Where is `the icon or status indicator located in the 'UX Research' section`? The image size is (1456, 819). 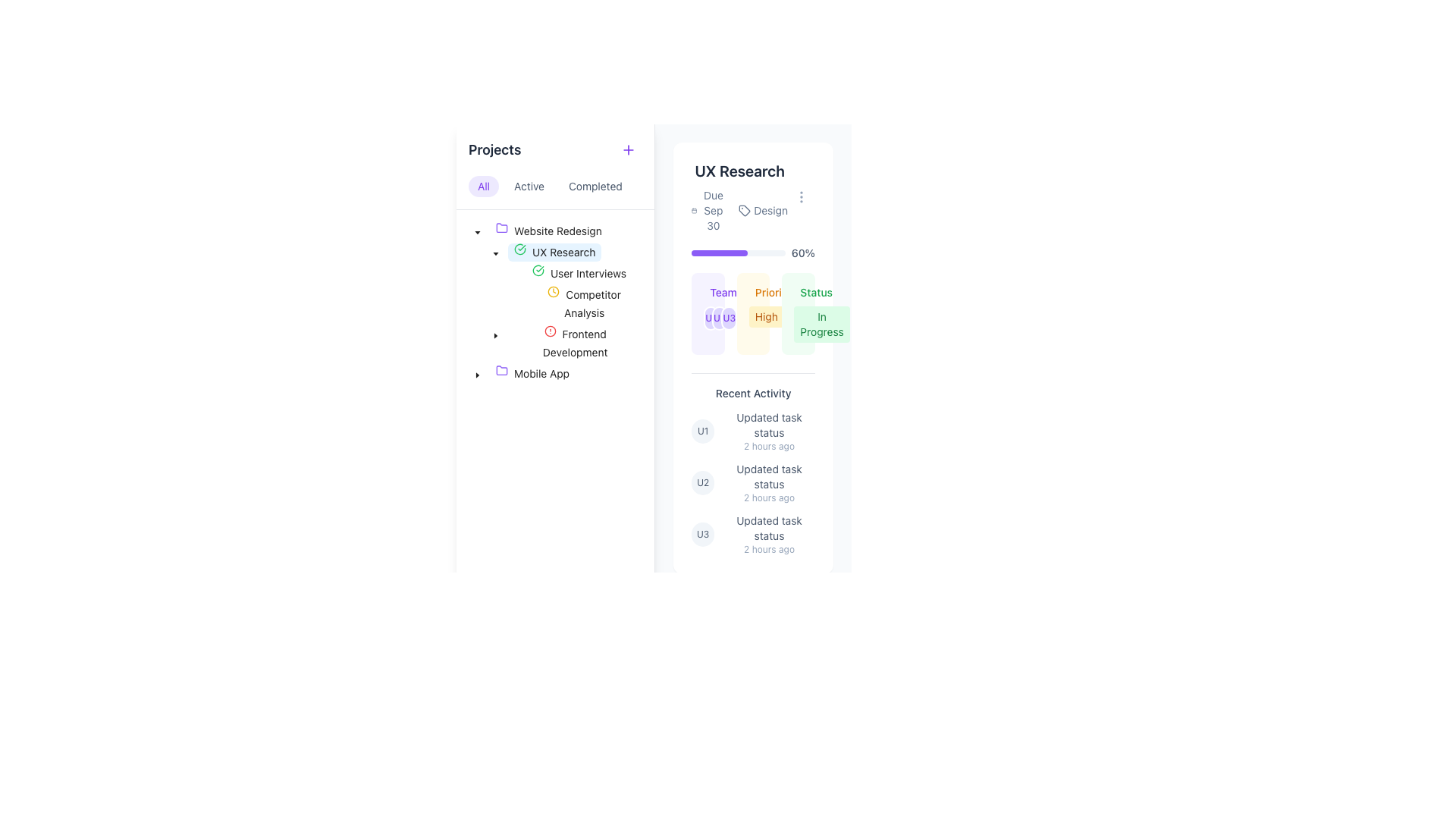 the icon or status indicator located in the 'UX Research' section is located at coordinates (541, 274).